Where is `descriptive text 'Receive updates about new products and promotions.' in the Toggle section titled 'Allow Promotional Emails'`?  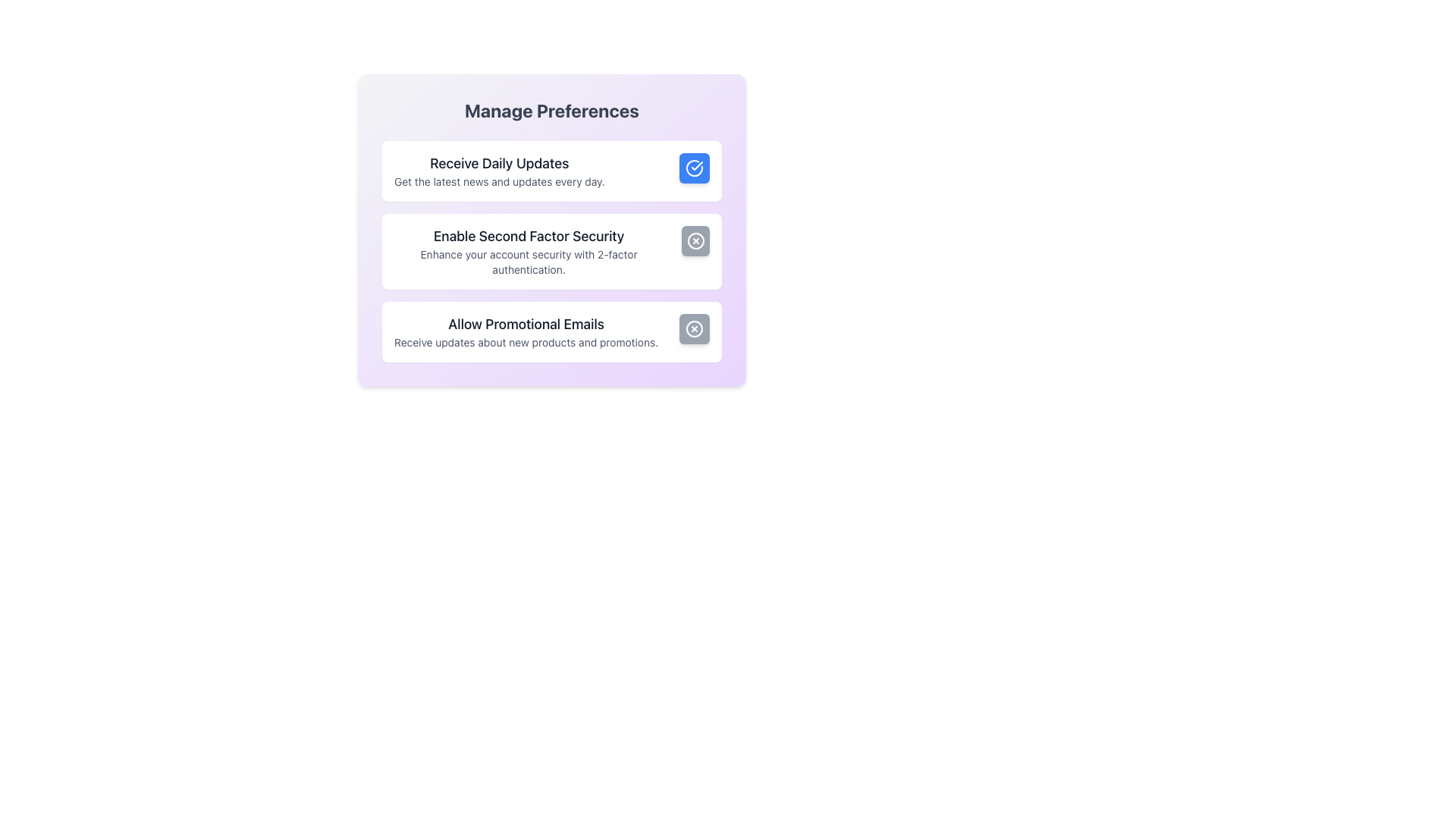 descriptive text 'Receive updates about new products and promotions.' in the Toggle section titled 'Allow Promotional Emails' is located at coordinates (551, 331).